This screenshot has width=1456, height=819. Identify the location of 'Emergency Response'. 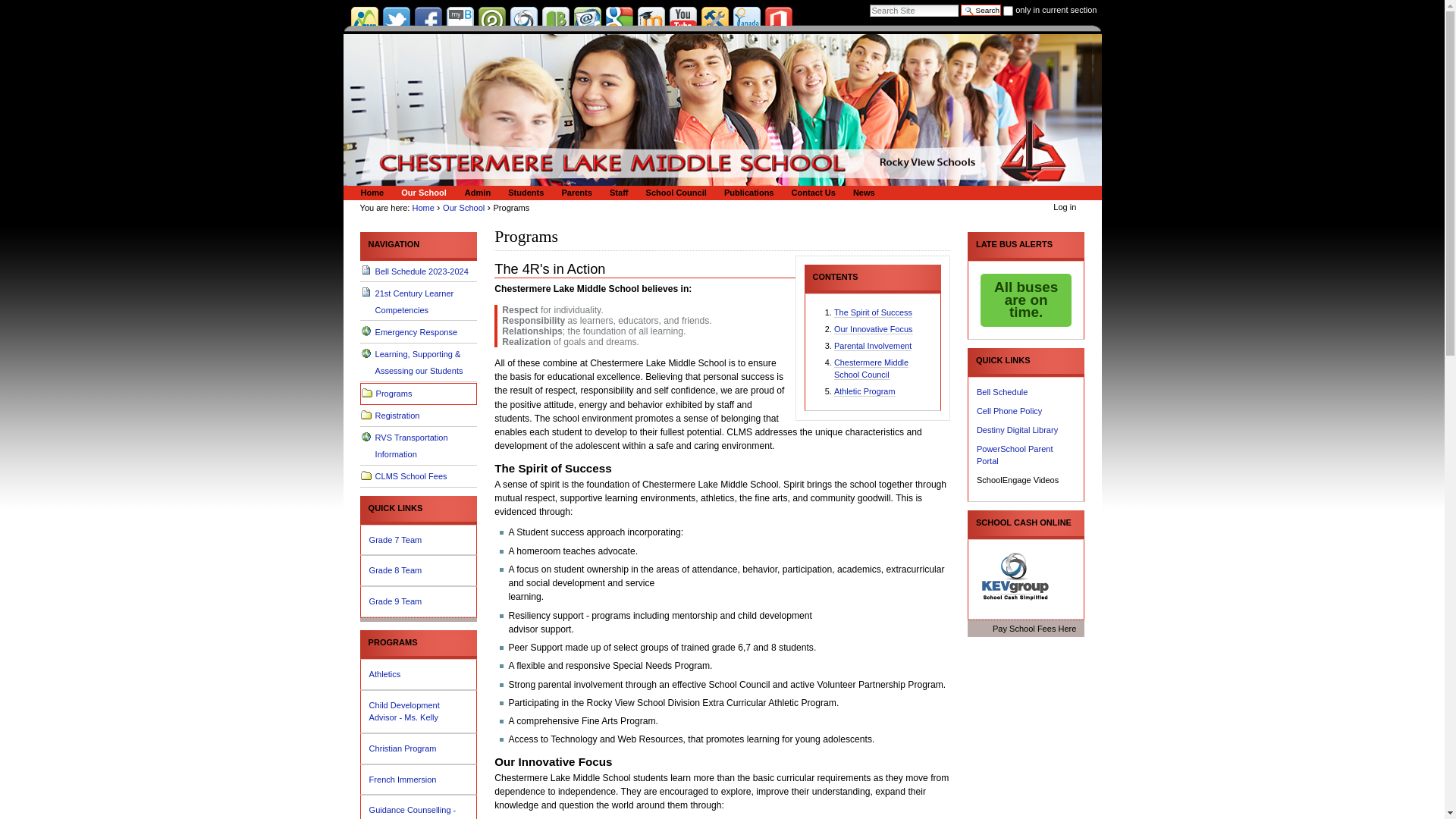
(419, 331).